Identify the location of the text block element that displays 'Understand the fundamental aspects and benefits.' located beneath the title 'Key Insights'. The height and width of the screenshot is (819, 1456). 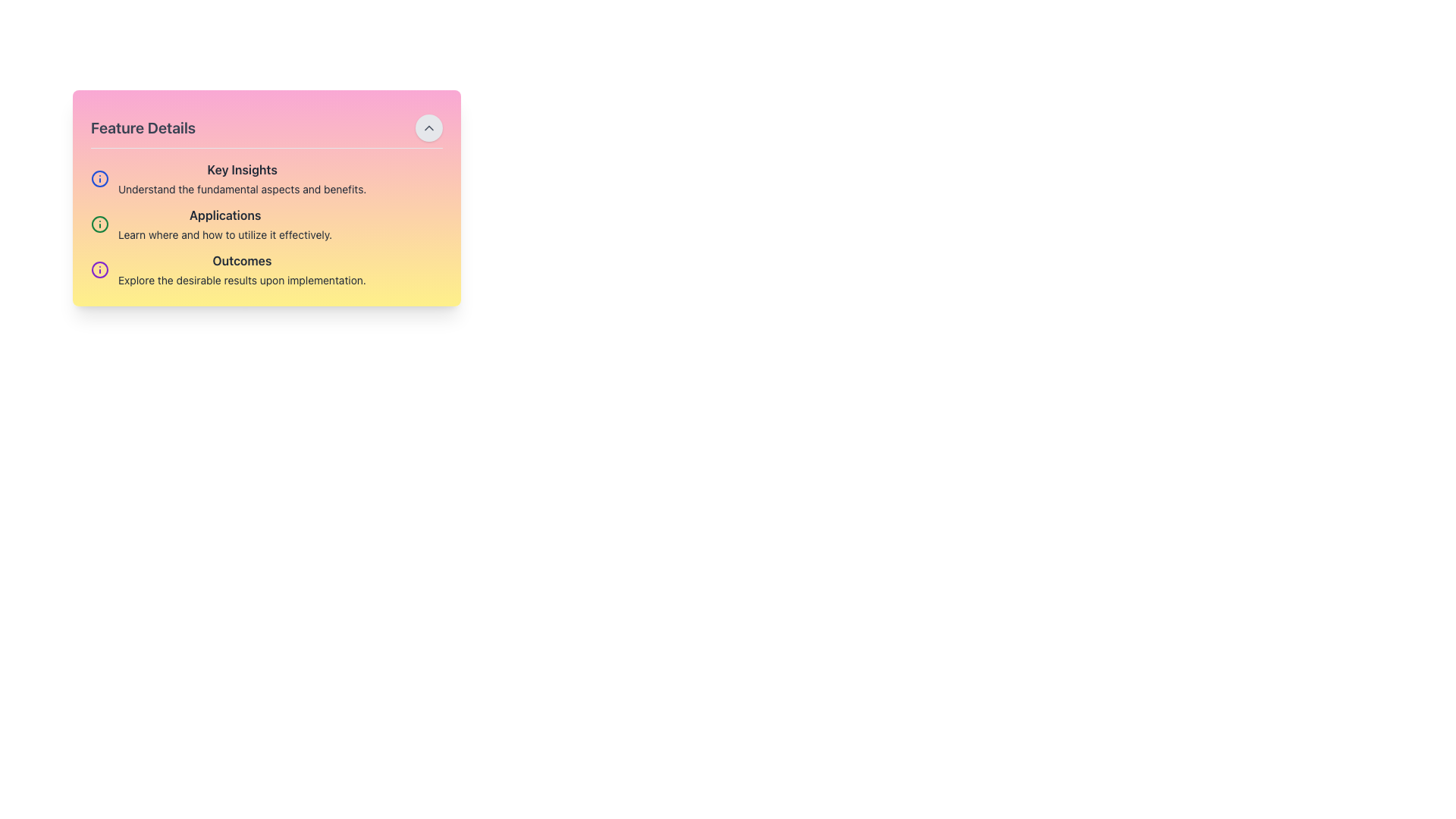
(241, 189).